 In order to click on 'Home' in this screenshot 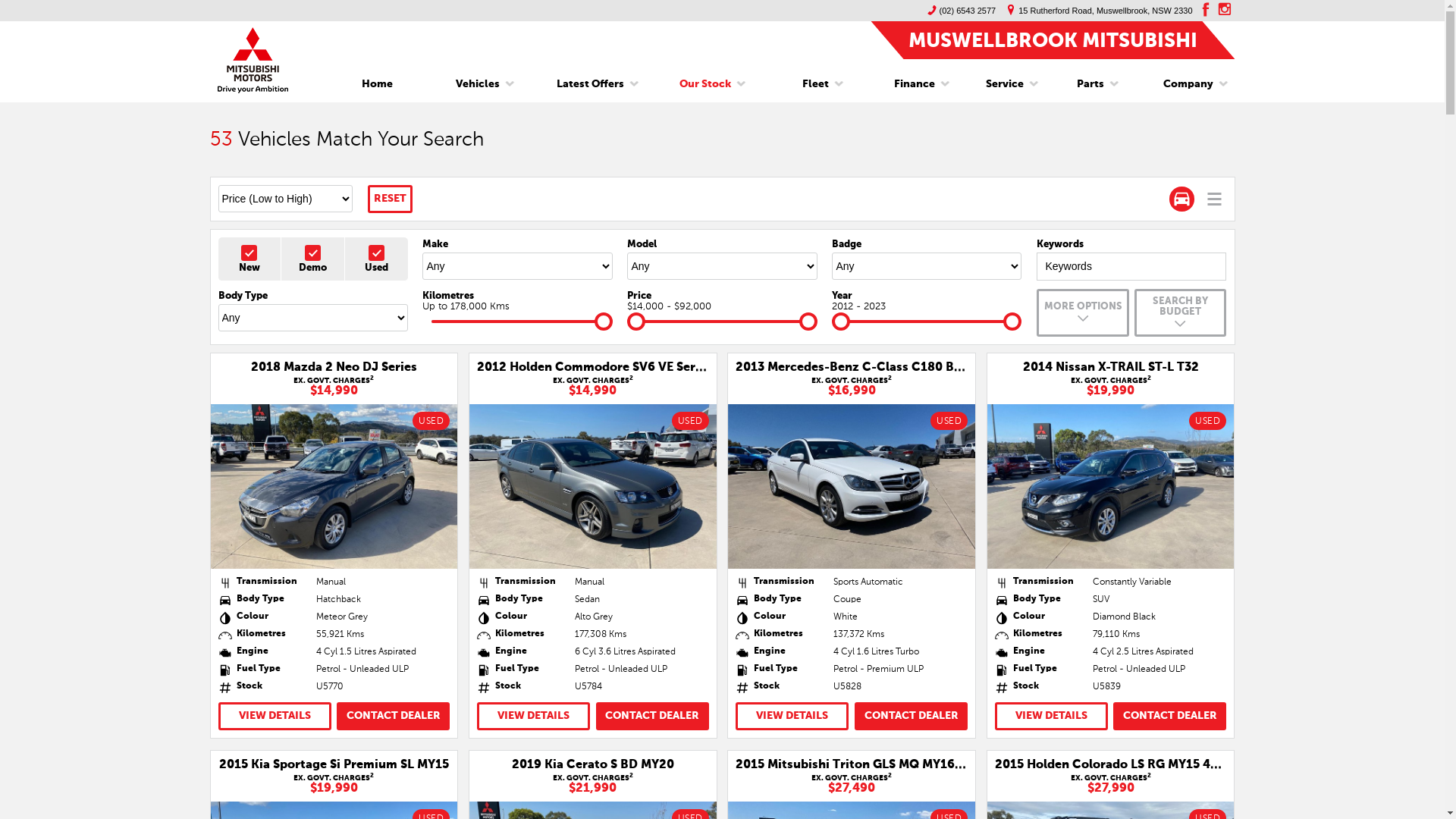, I will do `click(377, 84)`.